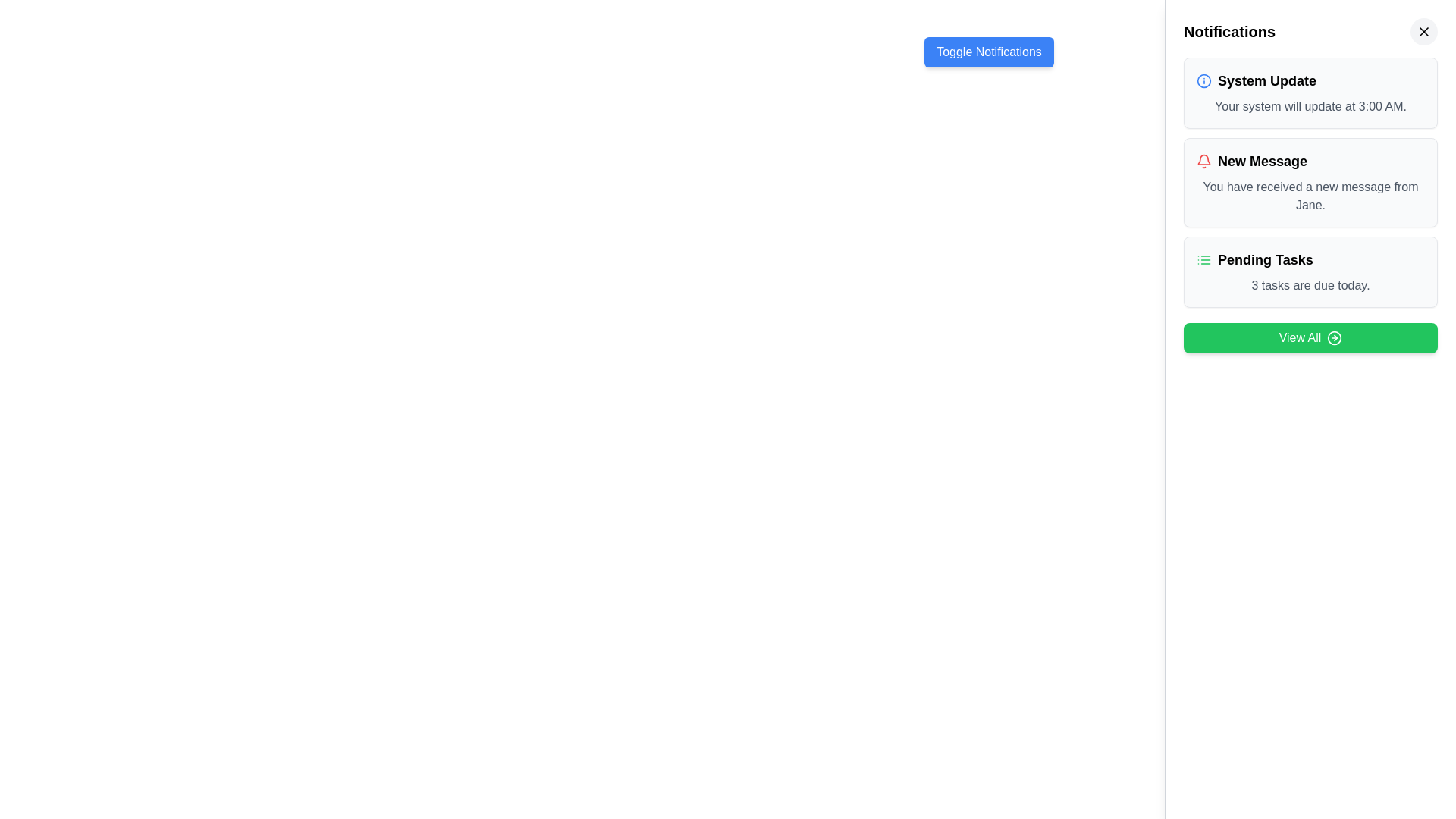  What do you see at coordinates (989, 52) in the screenshot?
I see `the rectangular button labeled 'Toggle Notifications' with a blue background and white text` at bounding box center [989, 52].